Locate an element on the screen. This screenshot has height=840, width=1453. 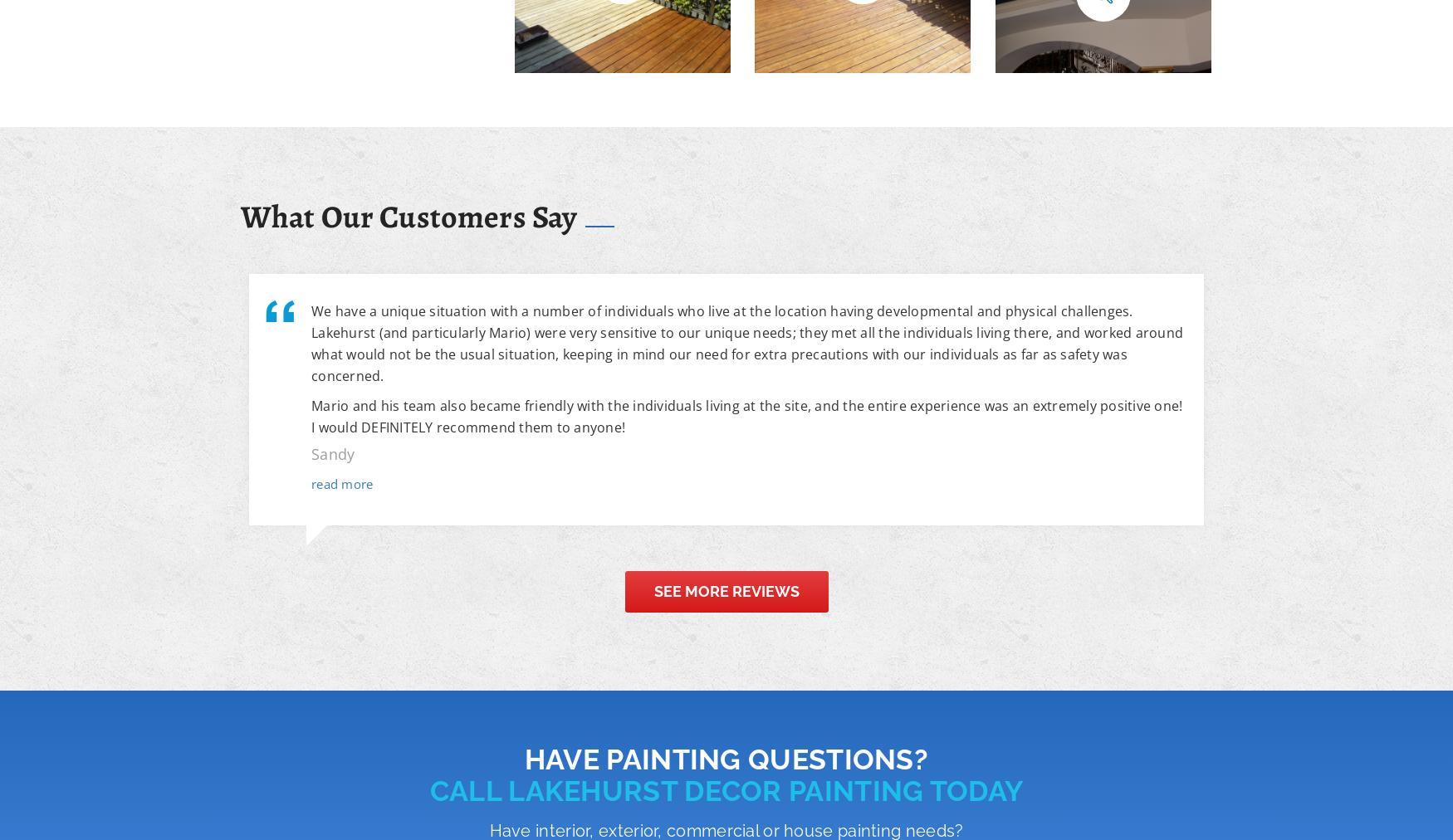
'• Before' is located at coordinates (1037, 34).